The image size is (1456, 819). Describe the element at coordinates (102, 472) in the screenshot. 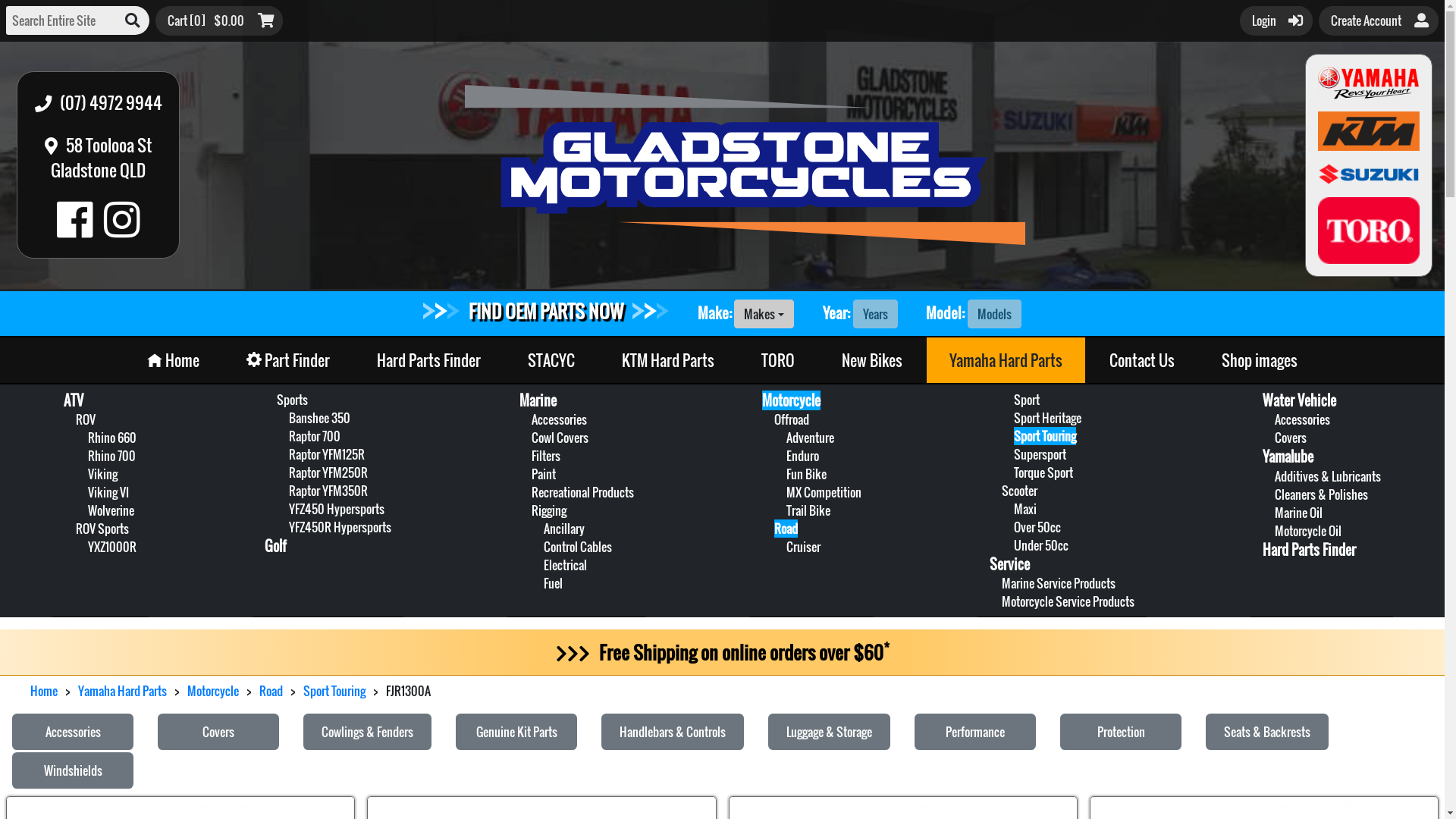

I see `'Viking'` at that location.